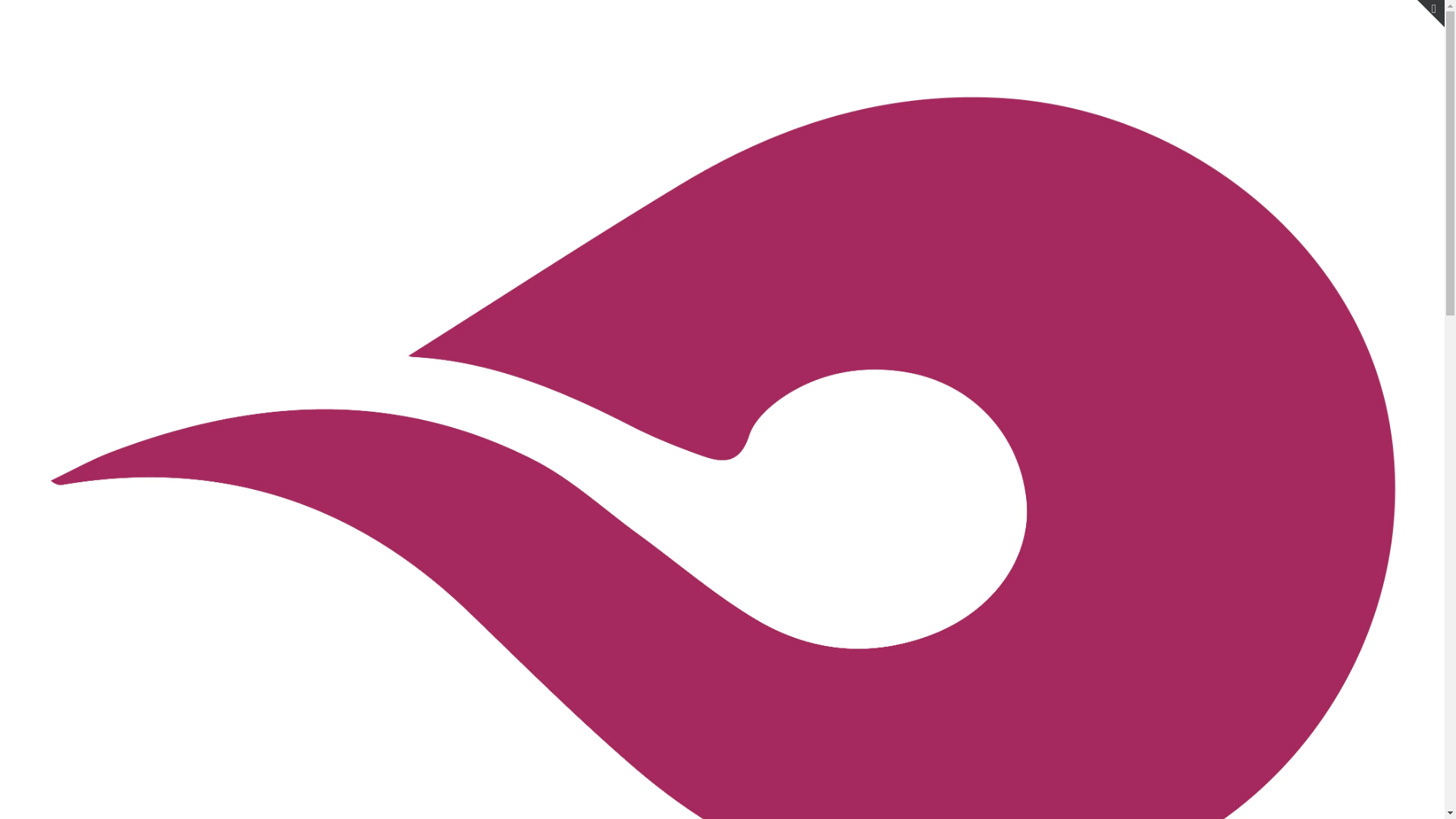 Image resolution: width=1456 pixels, height=819 pixels. I want to click on 'Toggle Sliding Bar Area', so click(1416, 14).